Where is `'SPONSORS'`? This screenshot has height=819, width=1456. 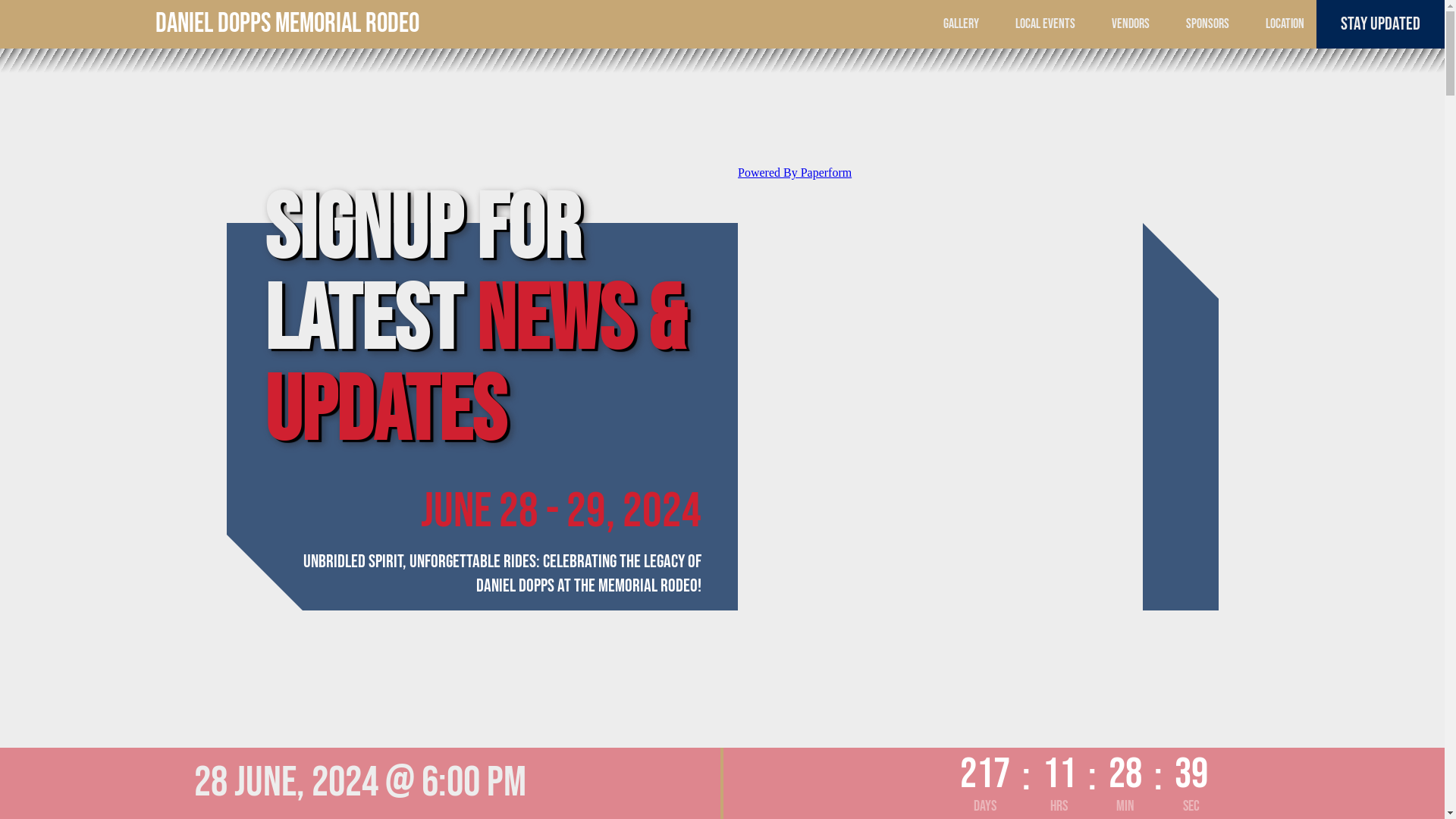 'SPONSORS' is located at coordinates (1207, 24).